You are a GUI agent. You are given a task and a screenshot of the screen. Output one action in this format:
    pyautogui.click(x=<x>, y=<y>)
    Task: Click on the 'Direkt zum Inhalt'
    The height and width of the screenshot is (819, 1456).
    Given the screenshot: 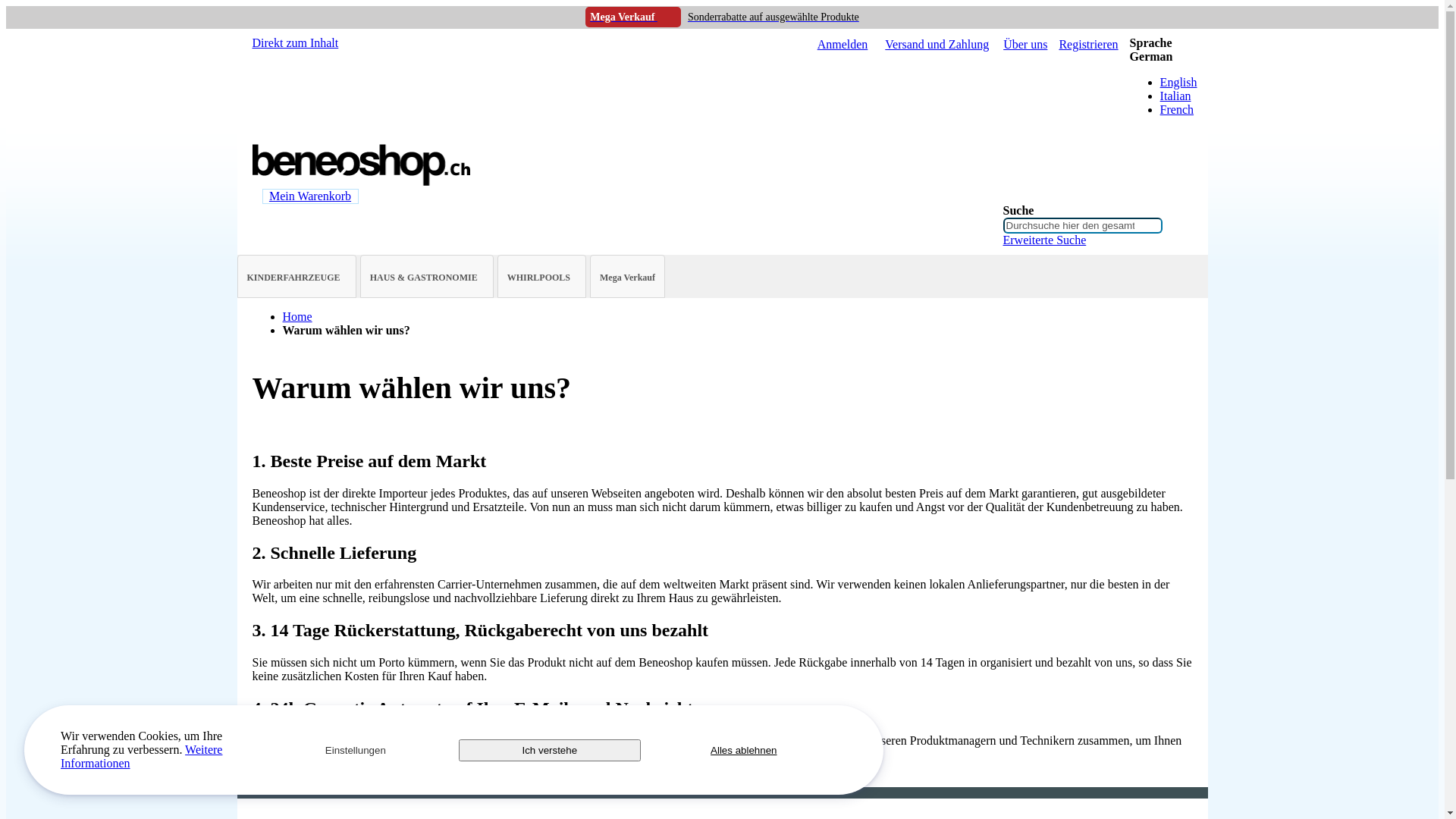 What is the action you would take?
    pyautogui.click(x=294, y=42)
    